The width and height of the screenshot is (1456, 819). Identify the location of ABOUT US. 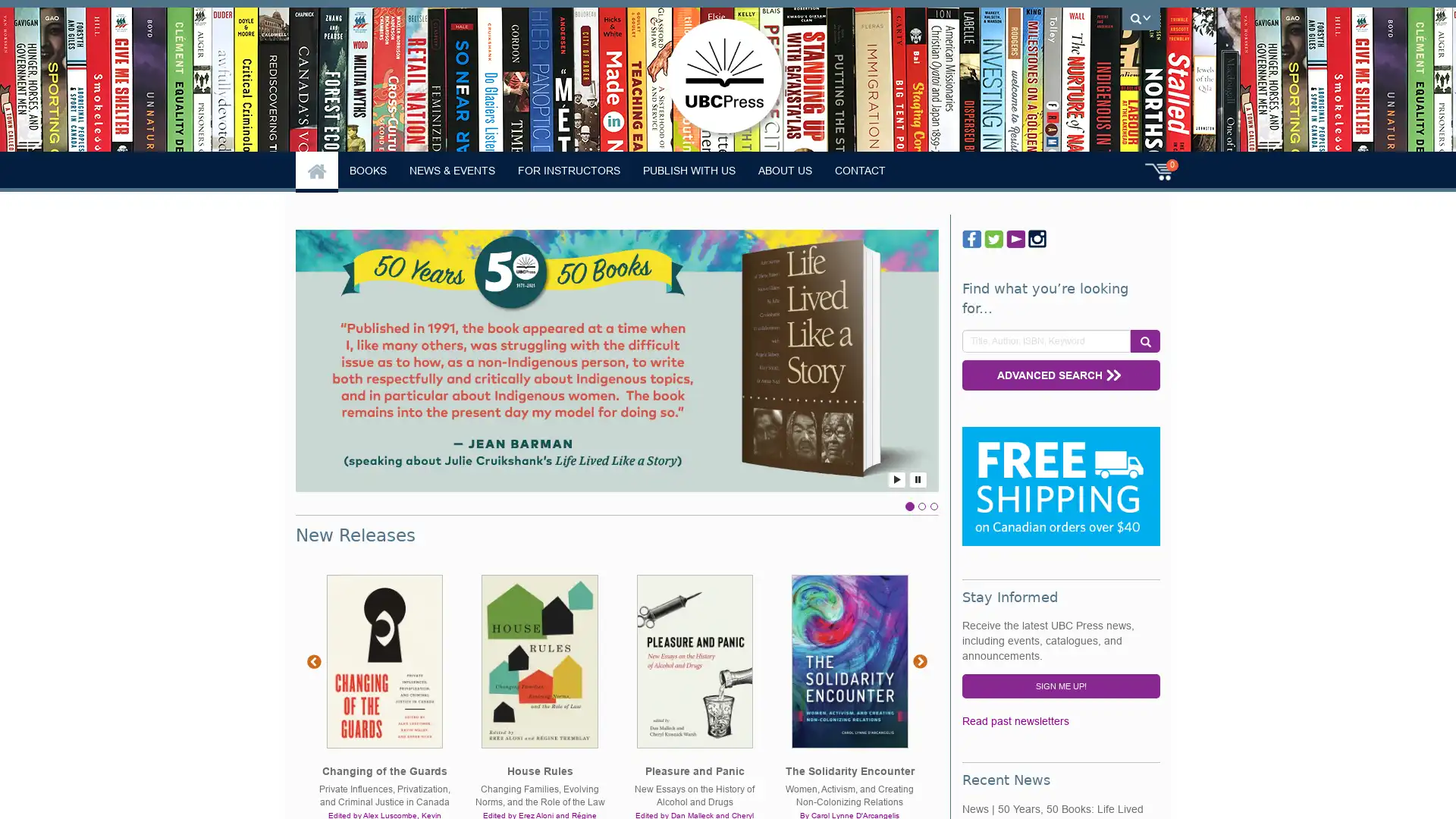
(785, 170).